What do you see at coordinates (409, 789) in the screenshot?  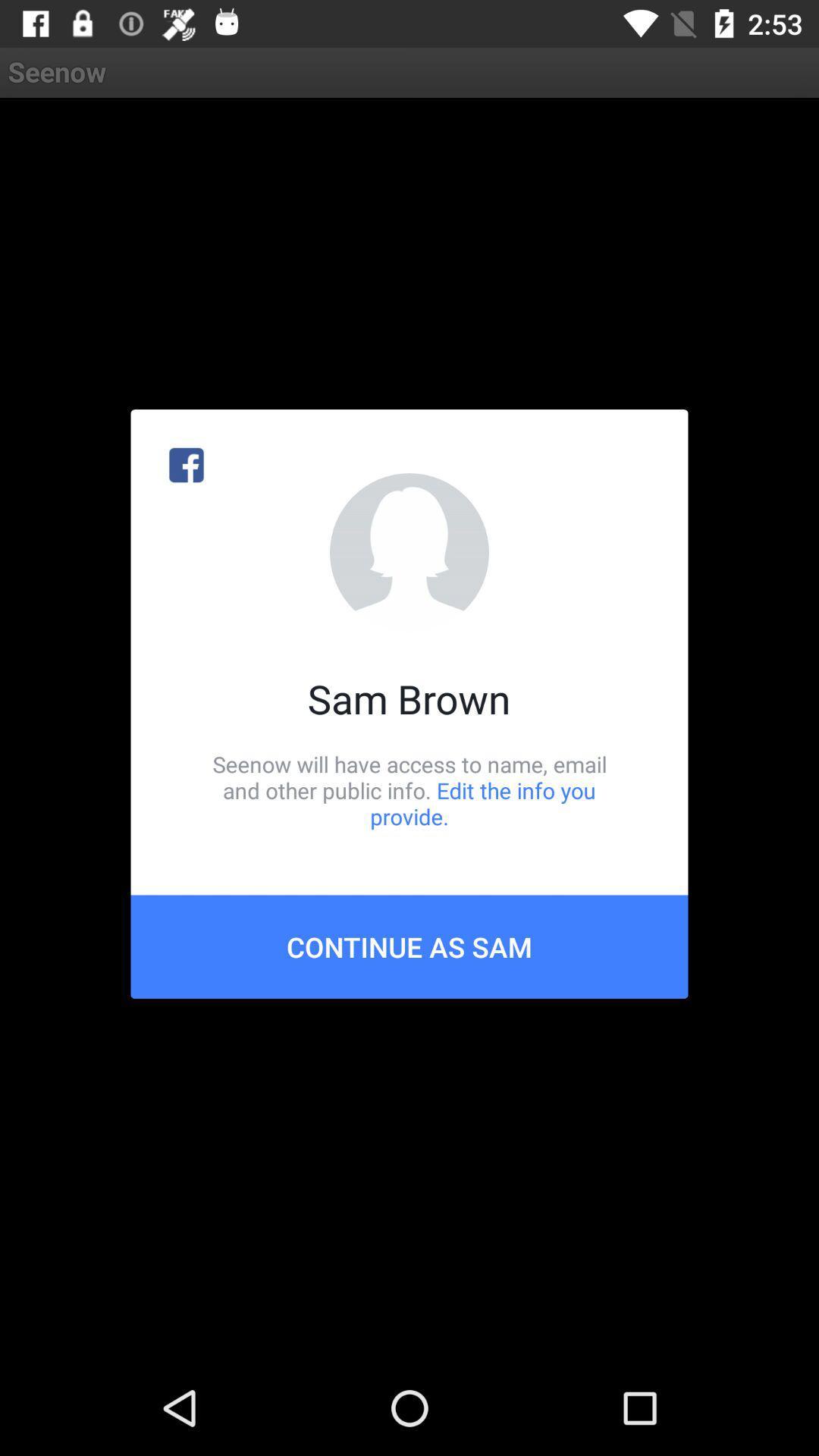 I see `the item below the sam brown` at bounding box center [409, 789].